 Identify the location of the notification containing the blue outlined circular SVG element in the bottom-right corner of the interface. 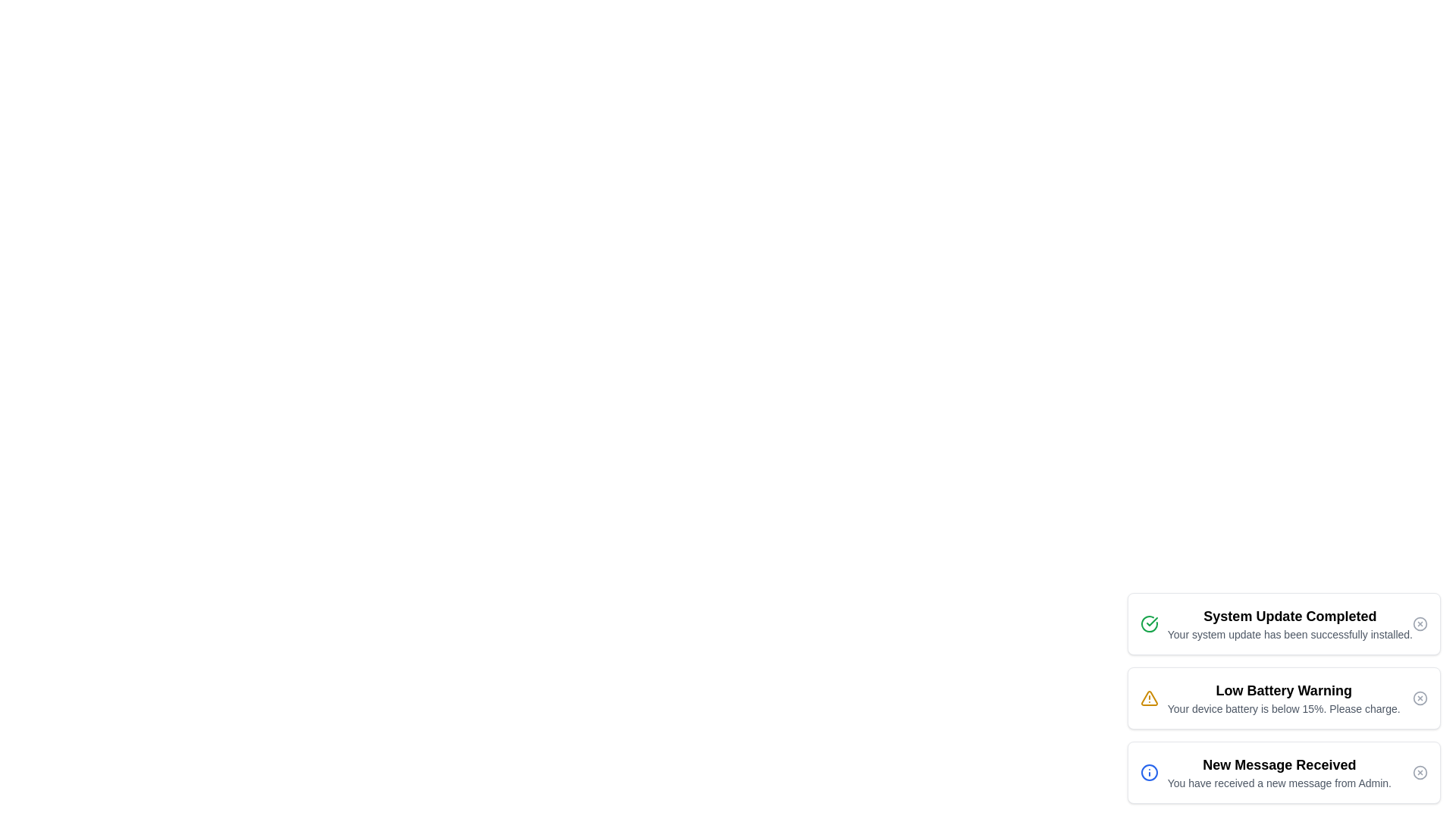
(1149, 772).